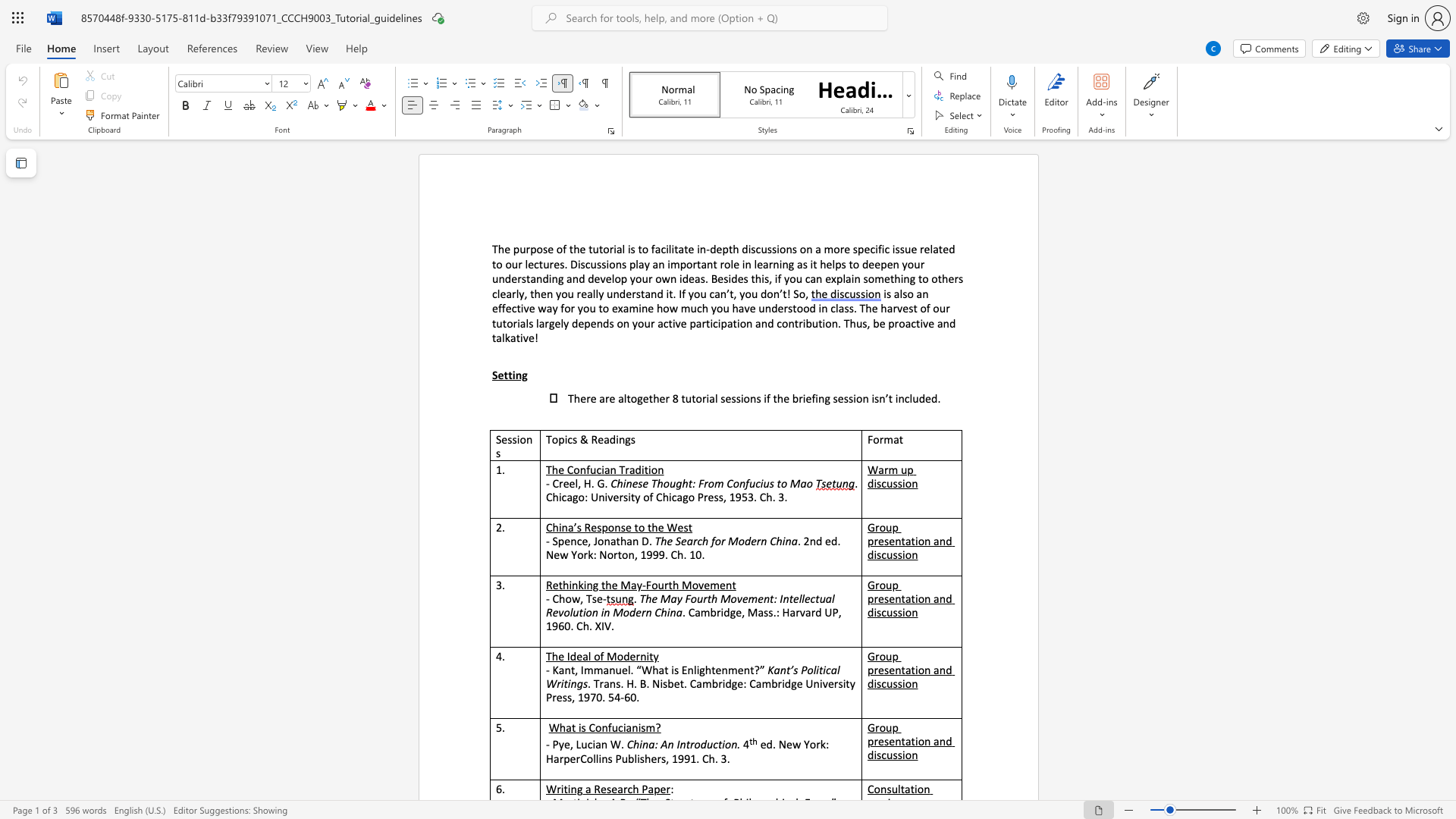 The image size is (1456, 819). What do you see at coordinates (658, 263) in the screenshot?
I see `the subset text "n important r" within the text "an important role"` at bounding box center [658, 263].